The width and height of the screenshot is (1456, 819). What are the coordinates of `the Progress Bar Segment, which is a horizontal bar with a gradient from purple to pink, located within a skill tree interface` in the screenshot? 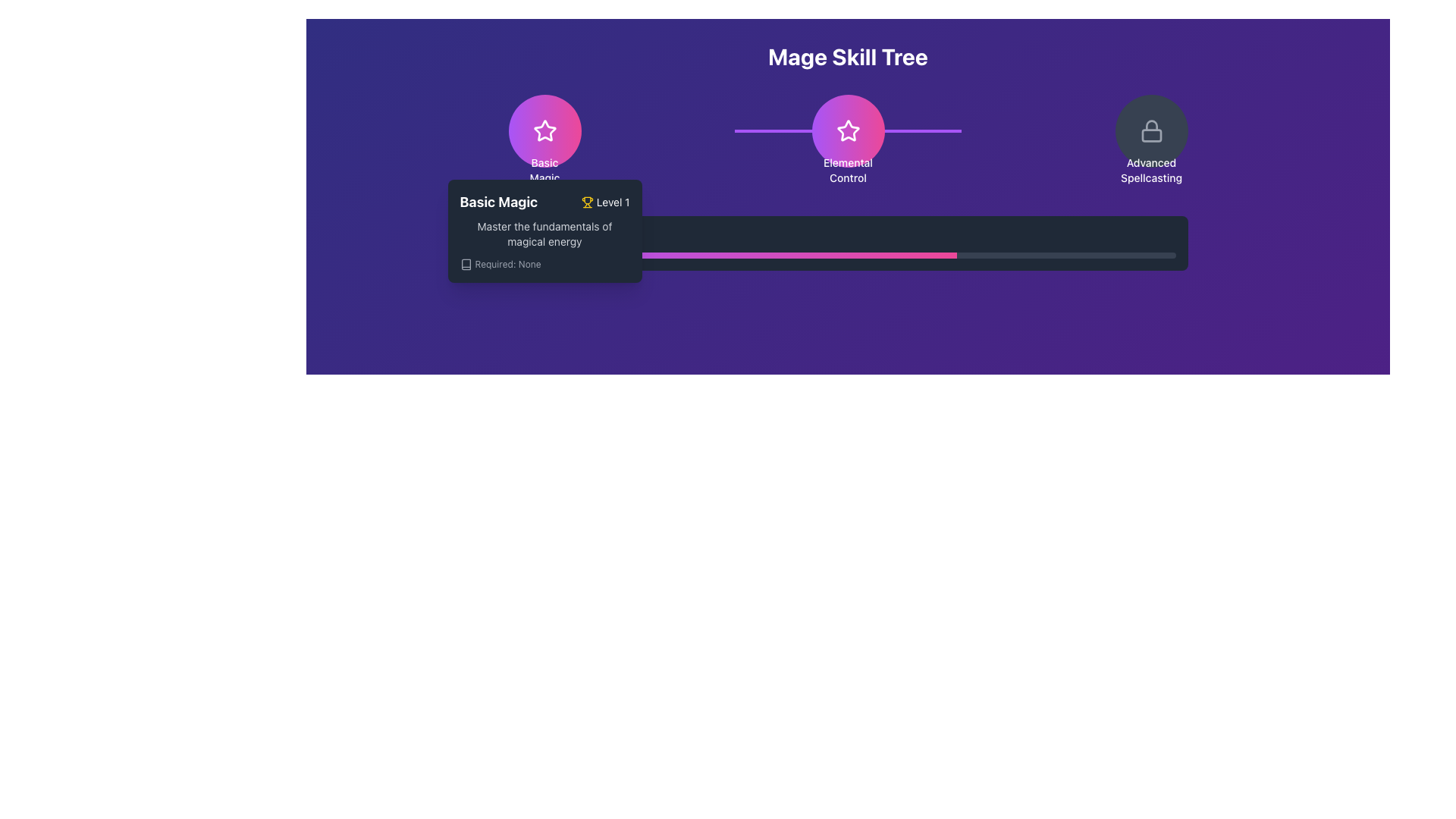 It's located at (739, 254).